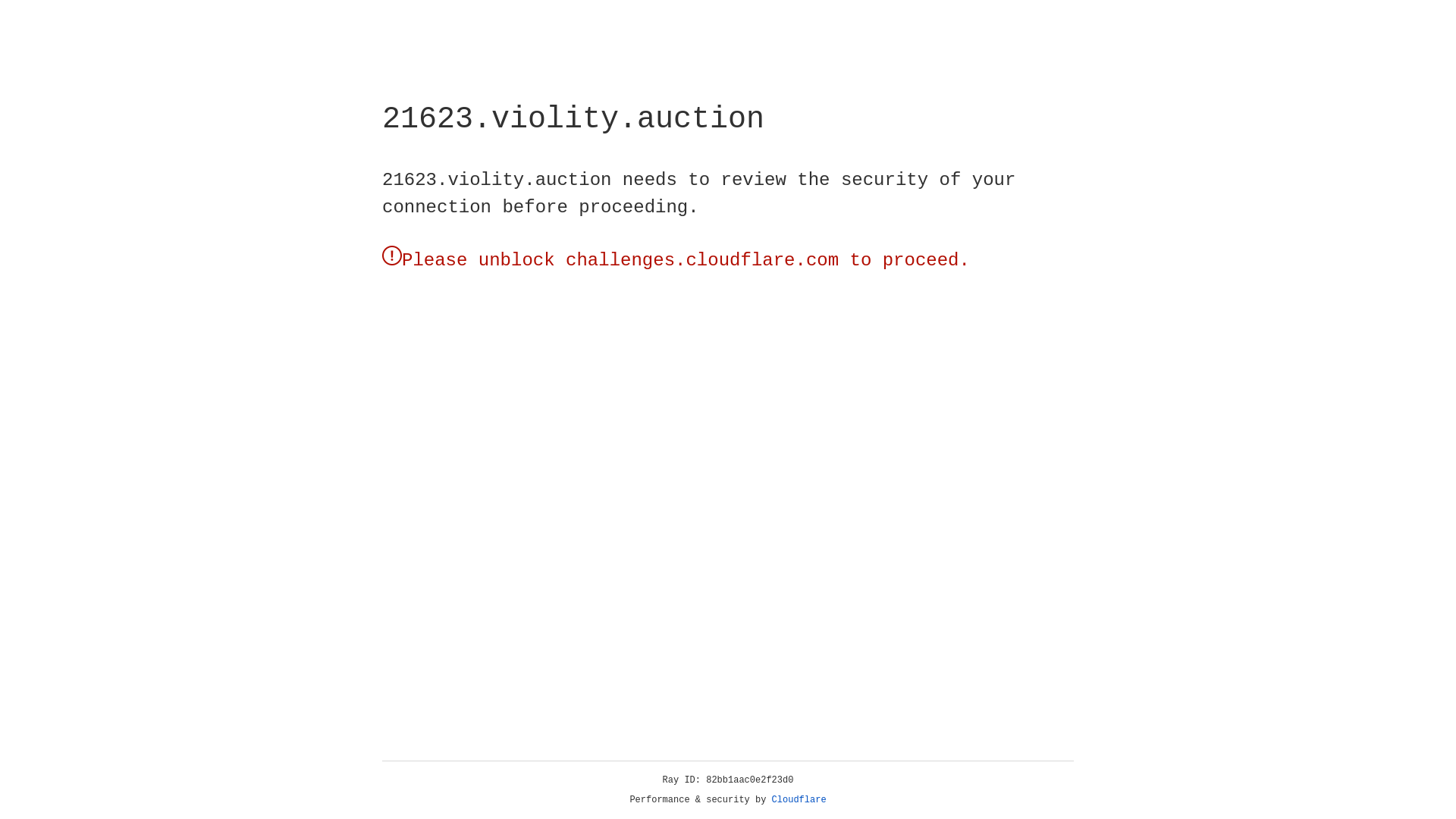 This screenshot has height=819, width=1456. I want to click on 'Cloudflare', so click(799, 799).